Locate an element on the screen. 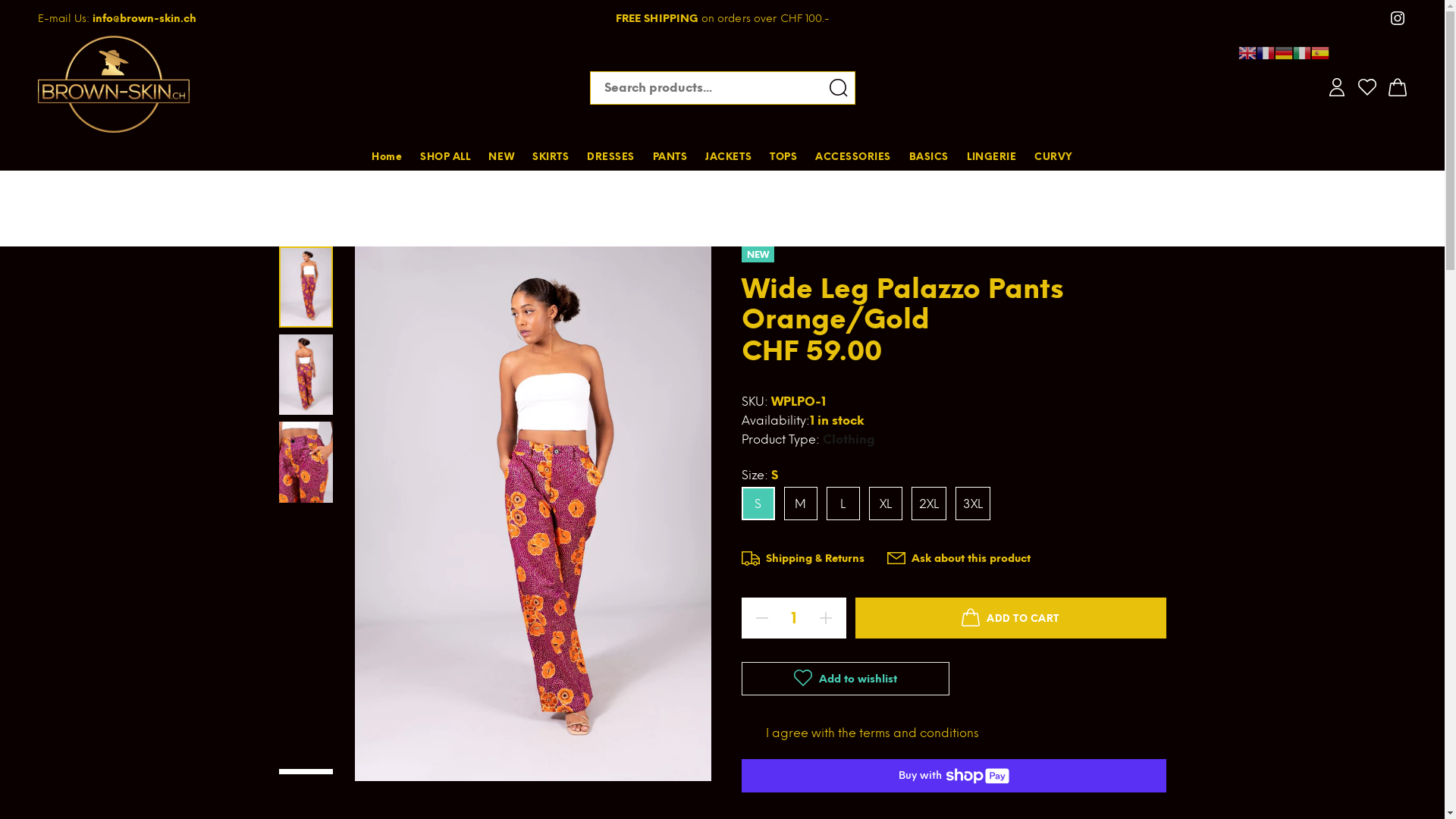  'PANTS' is located at coordinates (644, 155).